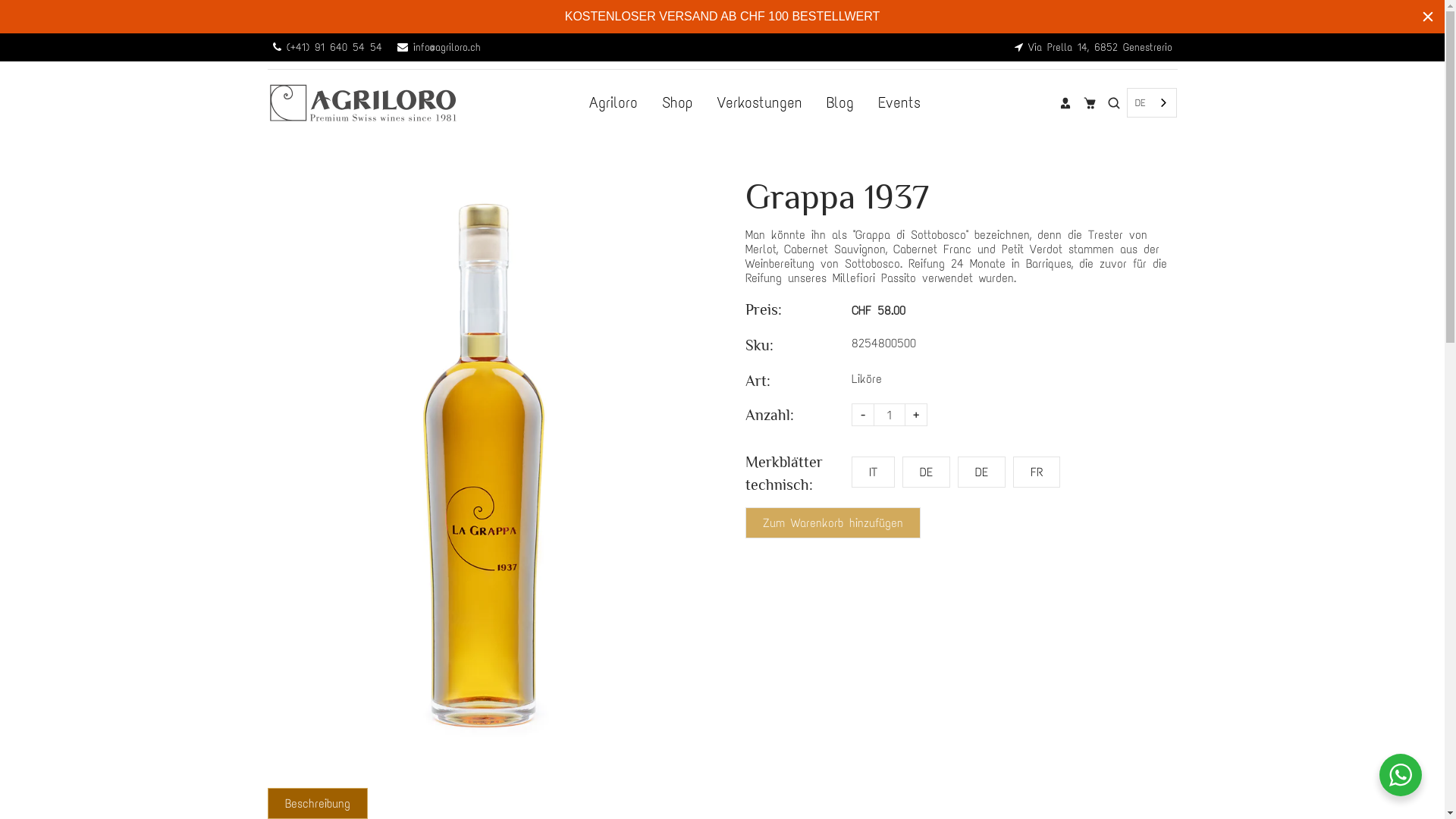 This screenshot has width=1456, height=819. What do you see at coordinates (839, 102) in the screenshot?
I see `'Blog'` at bounding box center [839, 102].